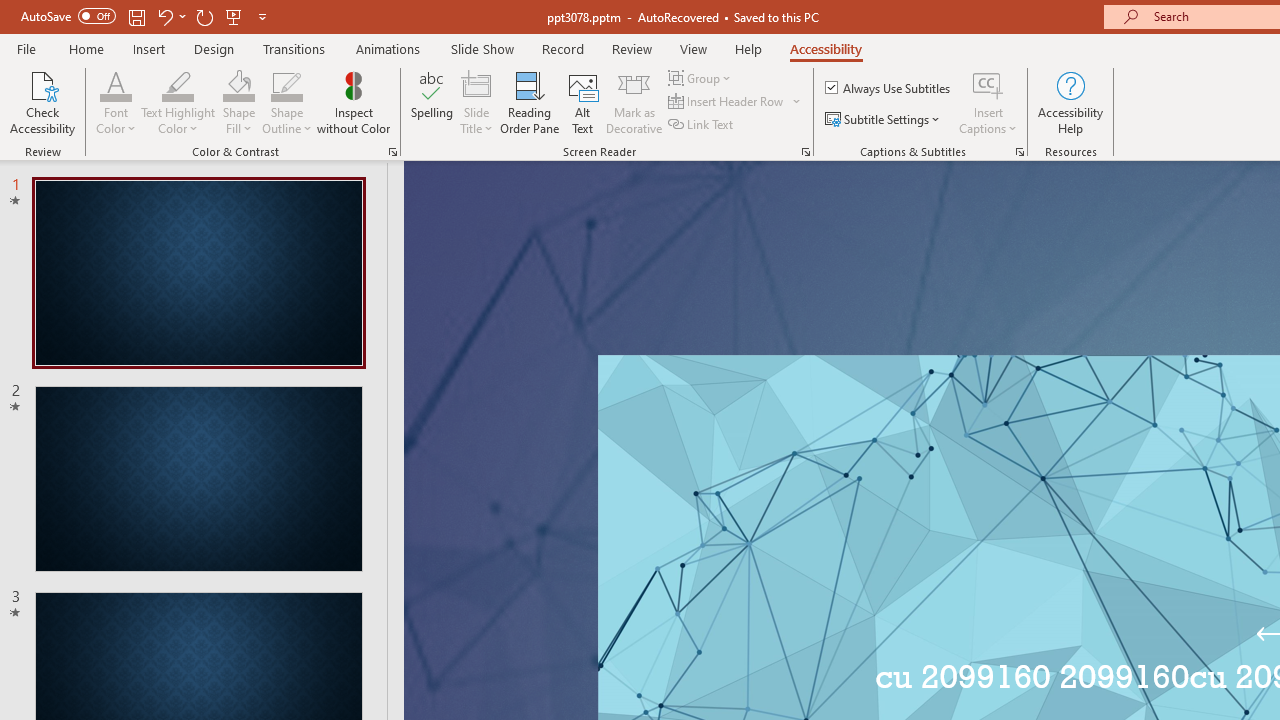 The height and width of the screenshot is (720, 1280). Describe the element at coordinates (475, 103) in the screenshot. I see `'Slide Title'` at that location.